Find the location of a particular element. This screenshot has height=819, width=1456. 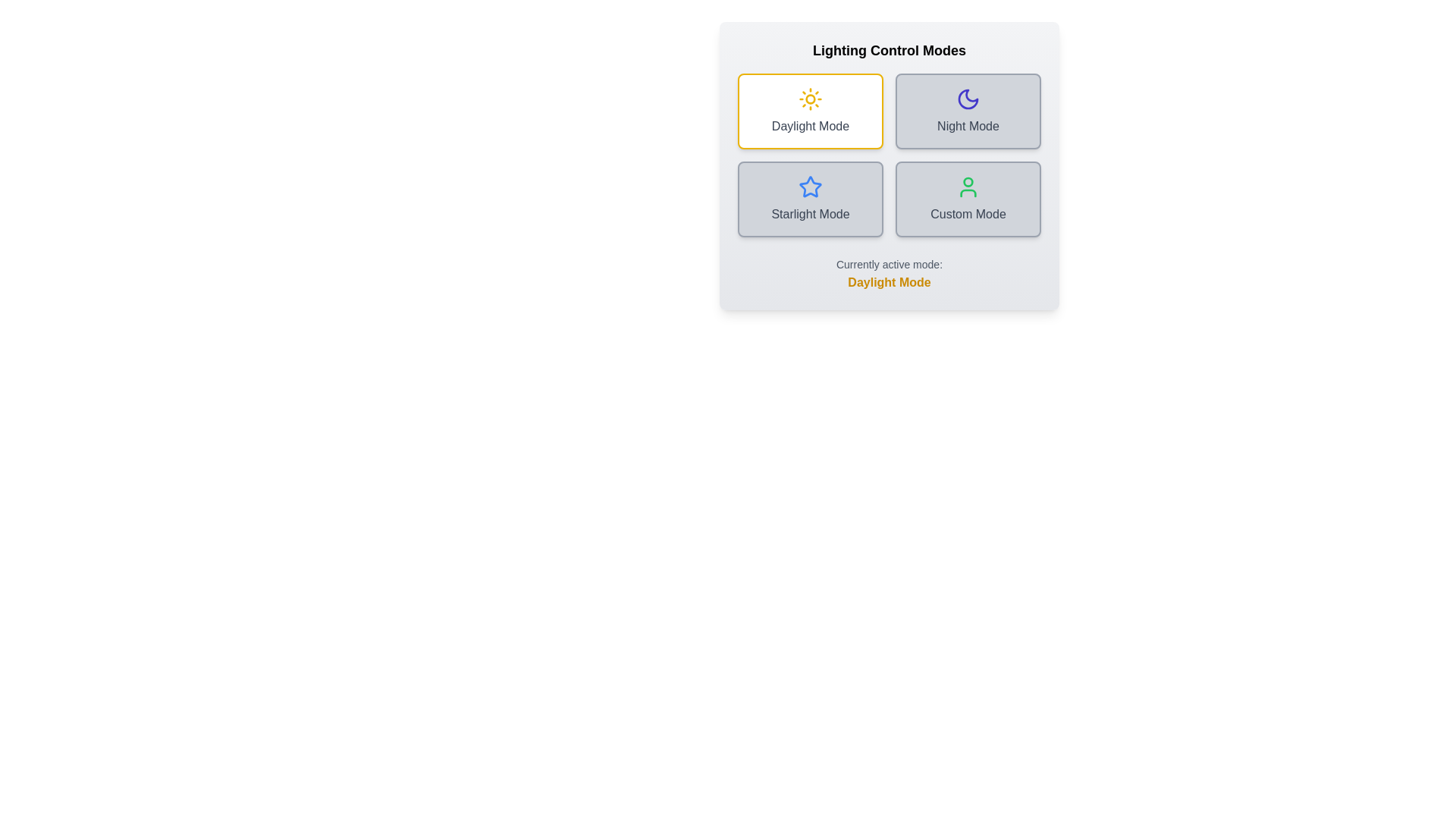

the button corresponding to the desired lighting mode Starlight Mode is located at coordinates (810, 198).